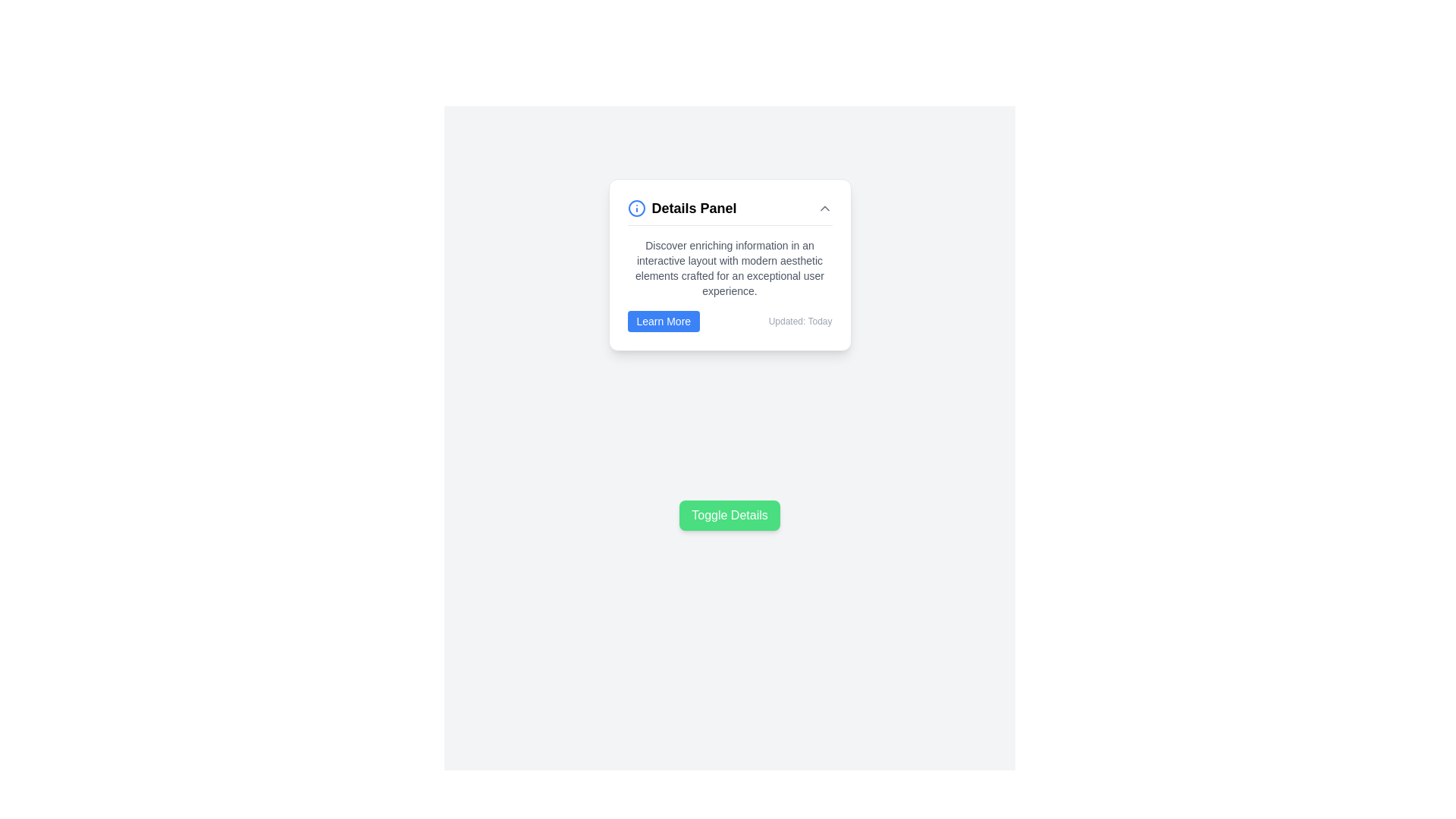 The width and height of the screenshot is (1456, 819). I want to click on title text 'Details Panel' which is displayed in a bold and large font at the top center of the content card, next to the information icon, so click(693, 208).